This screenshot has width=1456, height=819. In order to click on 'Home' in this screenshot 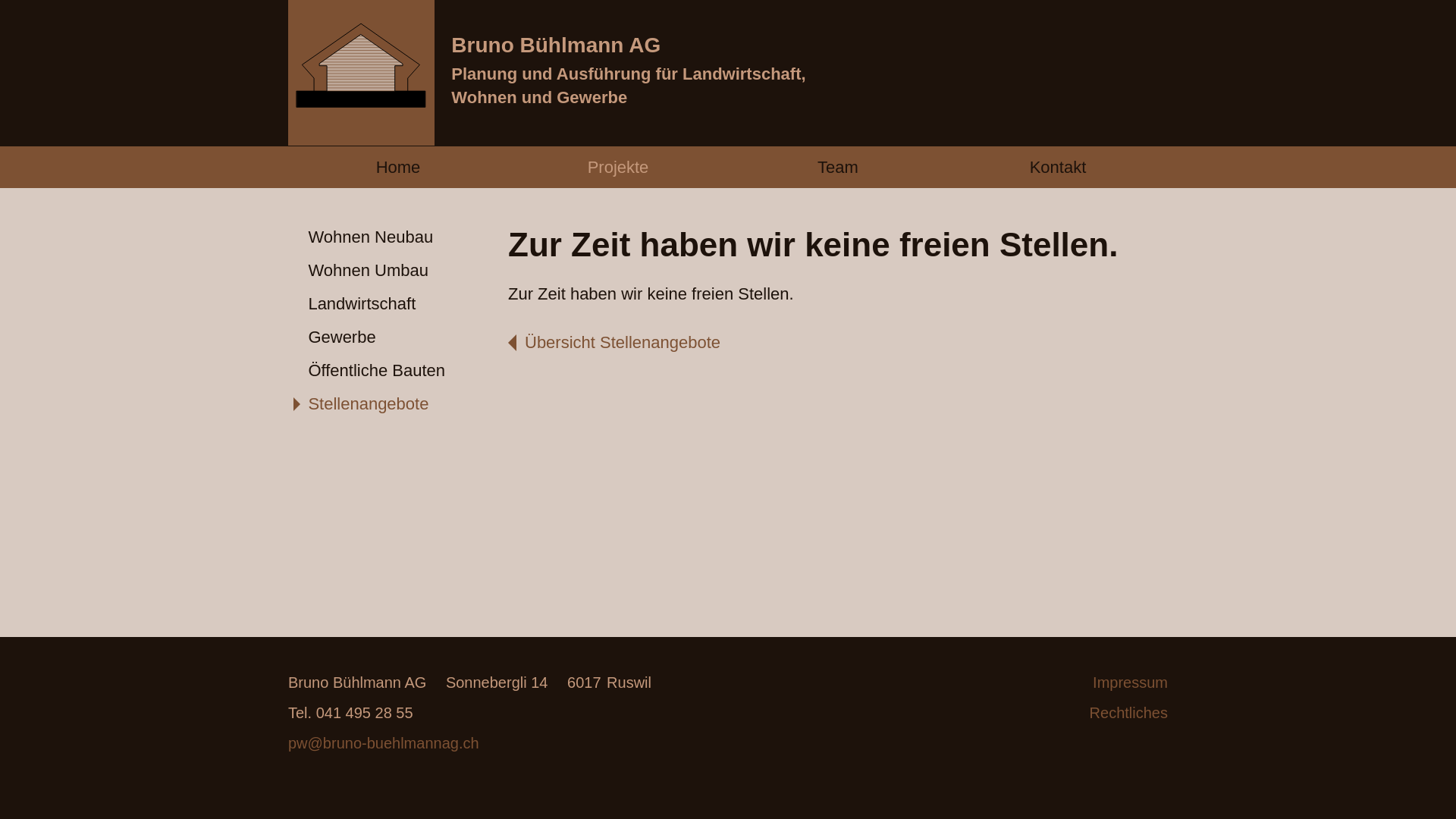, I will do `click(397, 167)`.